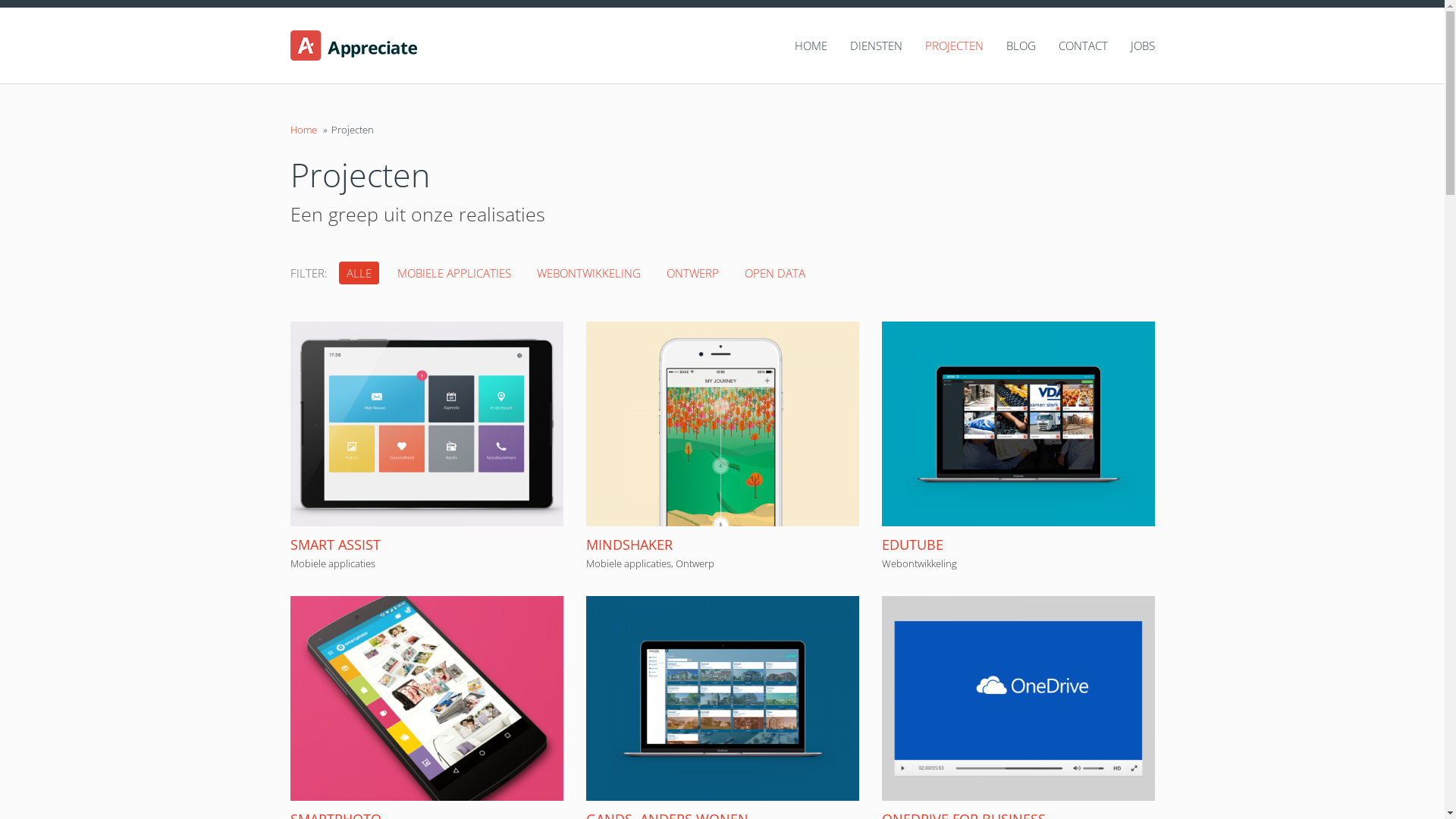  Describe the element at coordinates (331, 563) in the screenshot. I see `'Mobiele applicaties'` at that location.